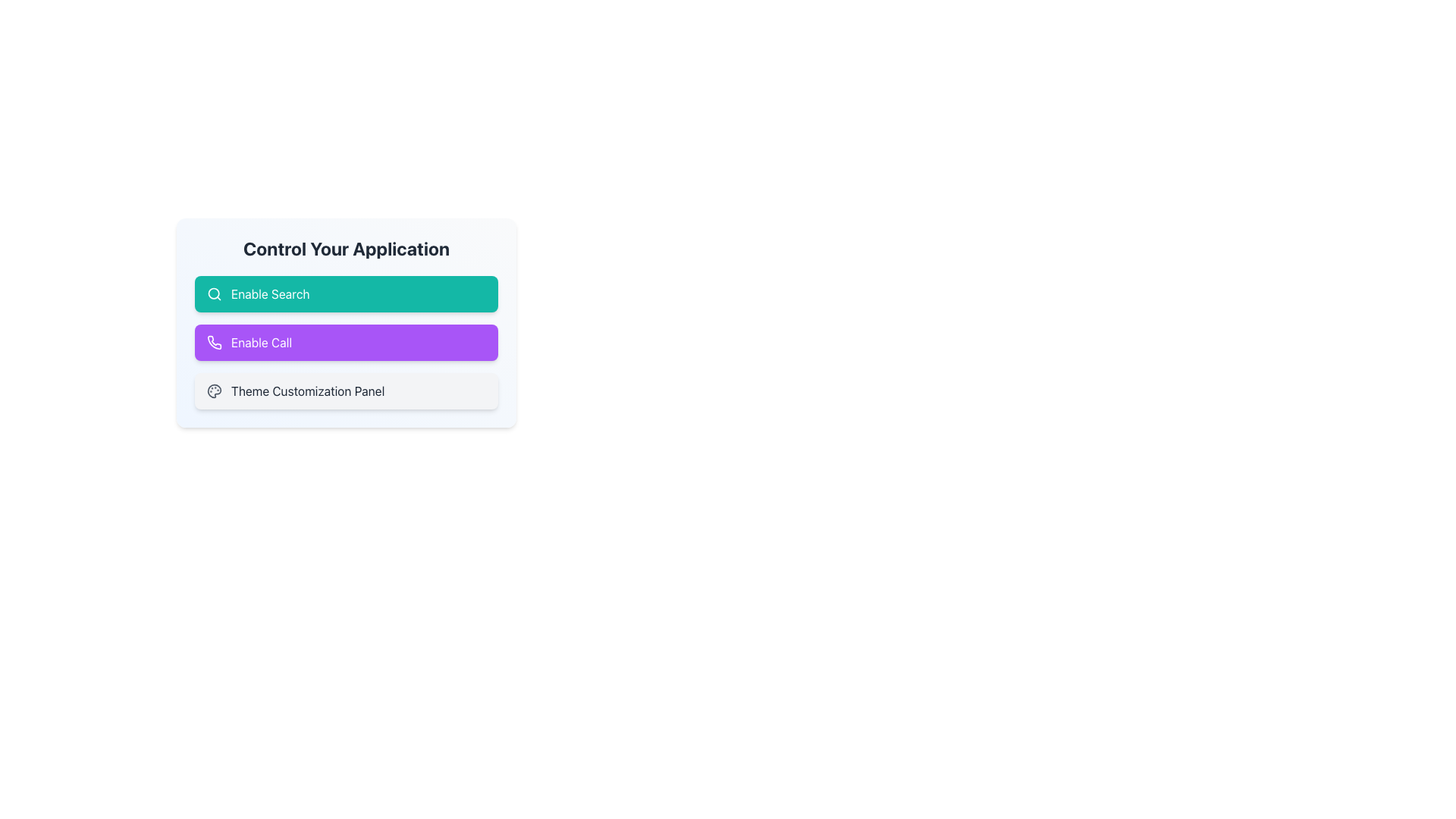 The width and height of the screenshot is (1456, 819). I want to click on the phone icon located inside the purple button labeled 'Enable Call', so click(214, 342).